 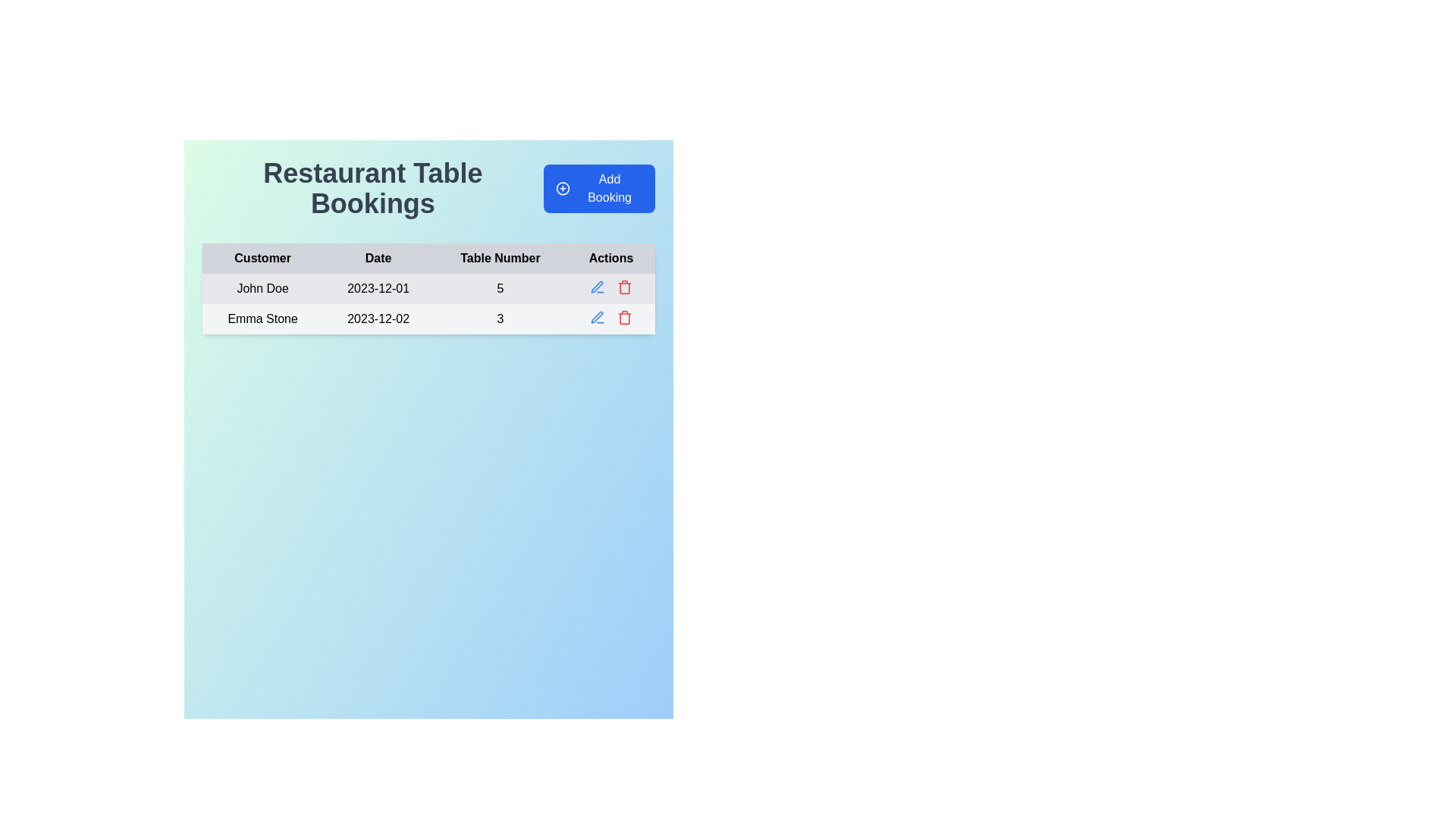 I want to click on the circular icon with a plus sign located to the left of the 'Add Booking' button, so click(x=562, y=188).